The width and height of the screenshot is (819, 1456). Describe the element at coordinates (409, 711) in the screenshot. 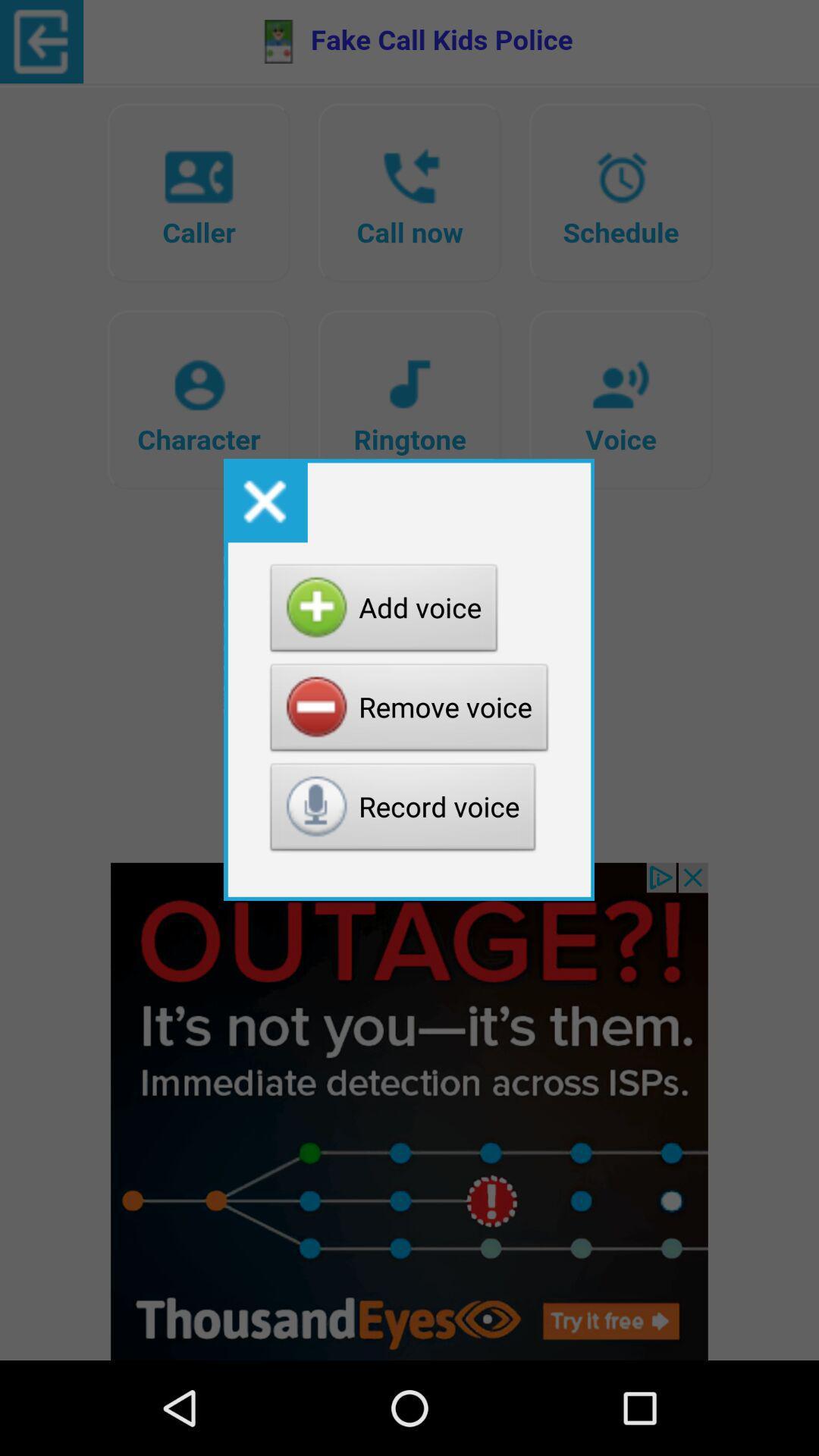

I see `item above the record voice` at that location.